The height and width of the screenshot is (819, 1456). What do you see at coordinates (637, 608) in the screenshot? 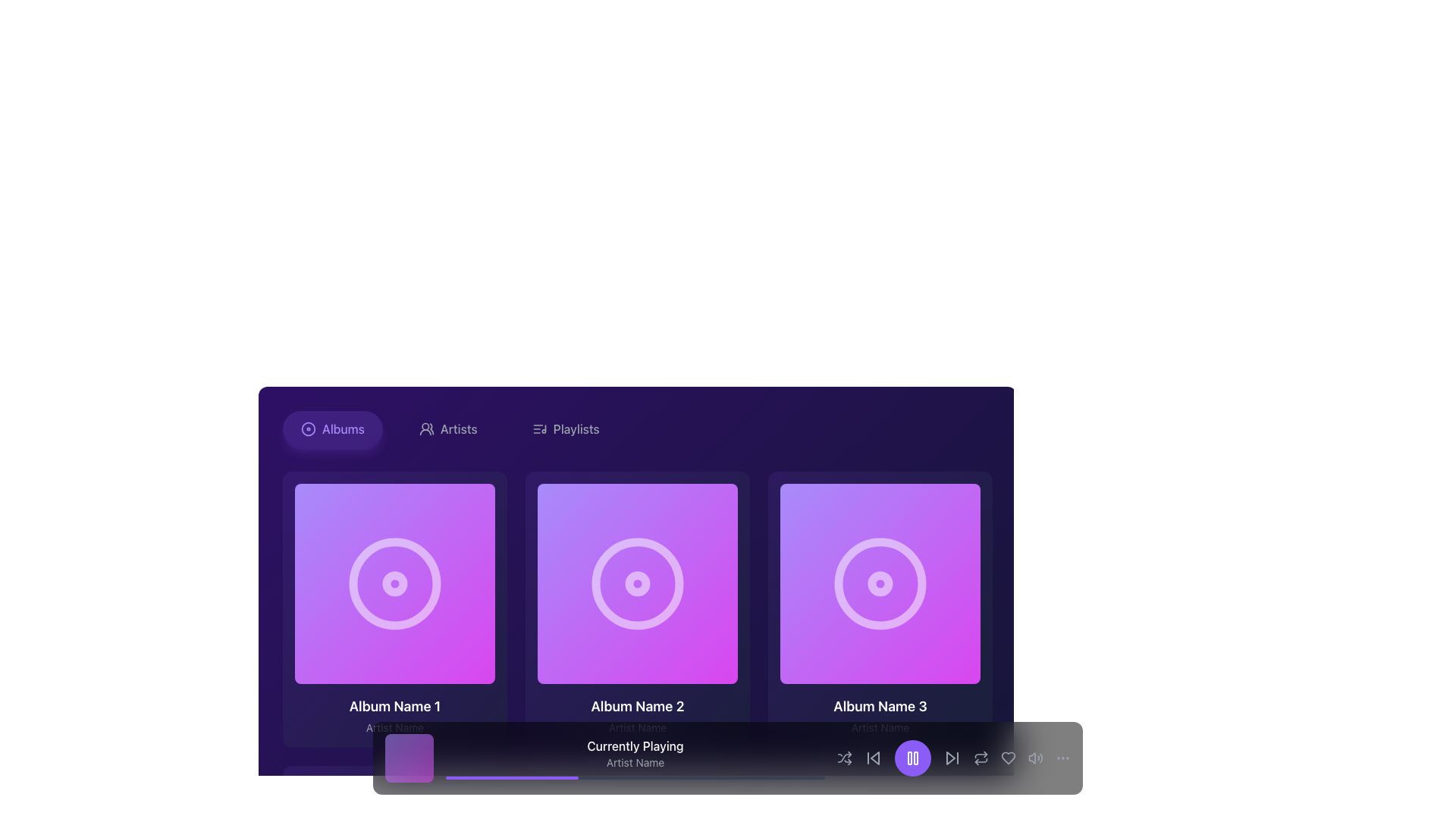
I see `the Media Card representing a music album, which is the second card` at bounding box center [637, 608].